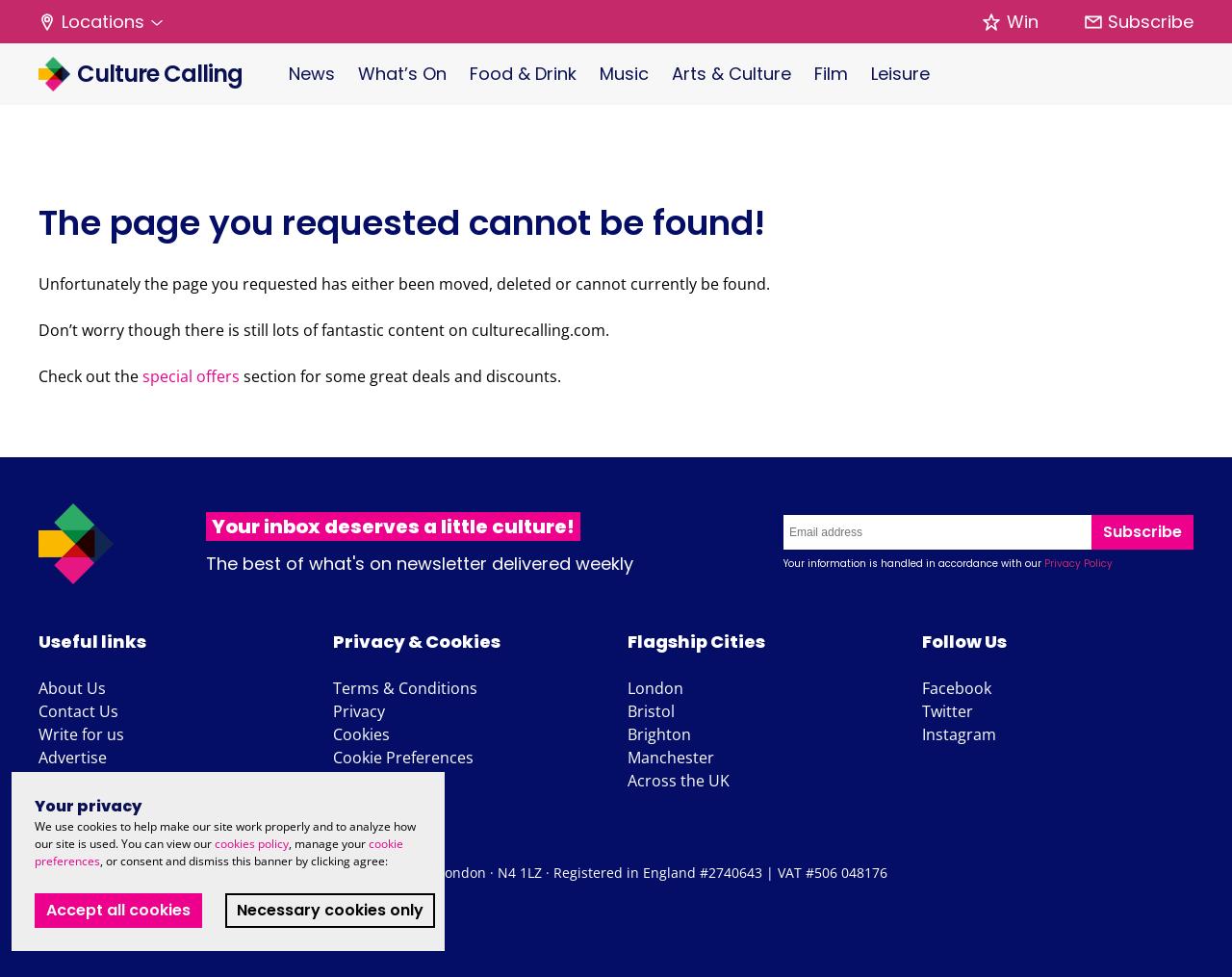 This screenshot has height=977, width=1232. Describe the element at coordinates (361, 733) in the screenshot. I see `'Cookies'` at that location.